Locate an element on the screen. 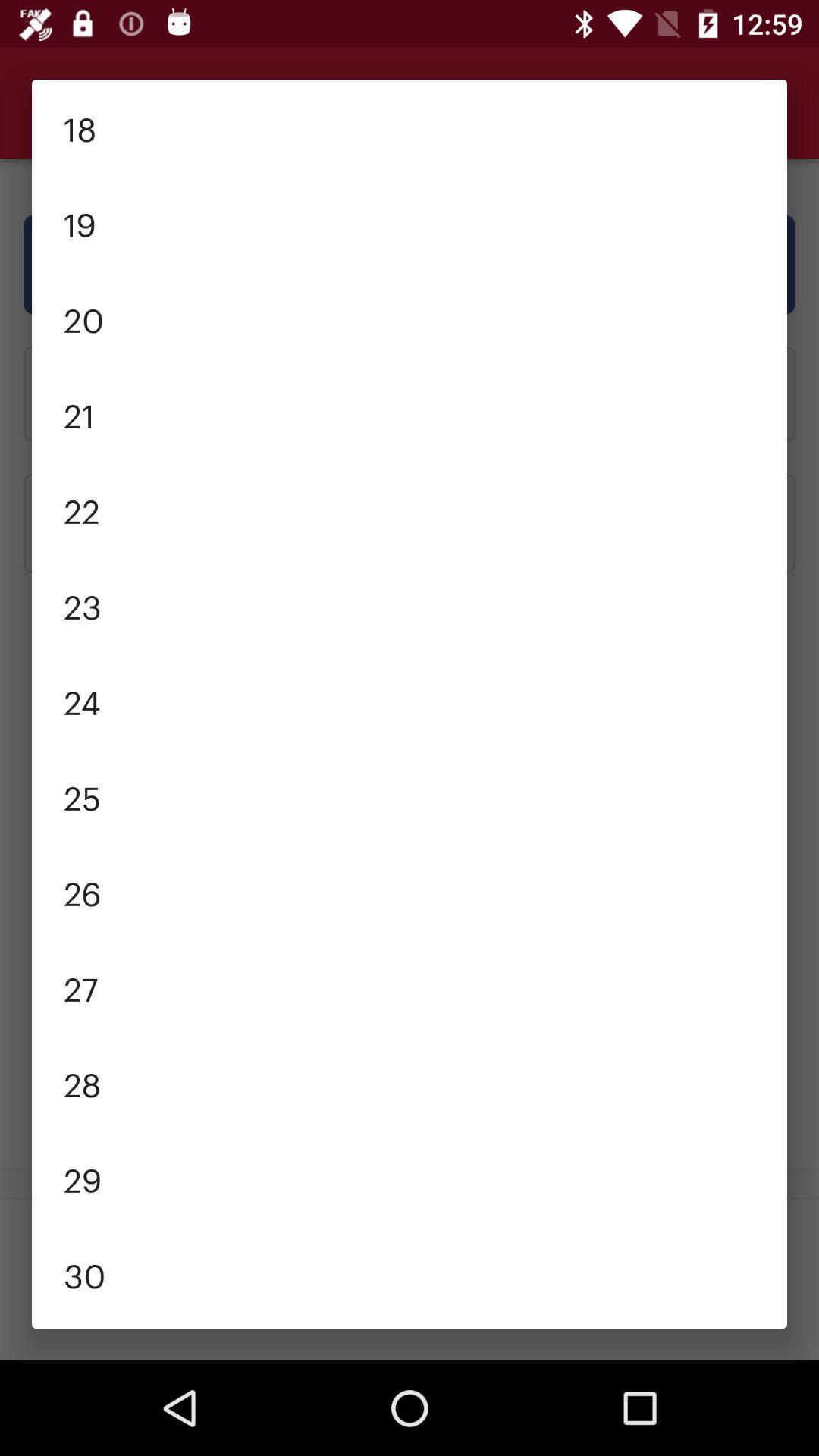  20 item is located at coordinates (409, 318).